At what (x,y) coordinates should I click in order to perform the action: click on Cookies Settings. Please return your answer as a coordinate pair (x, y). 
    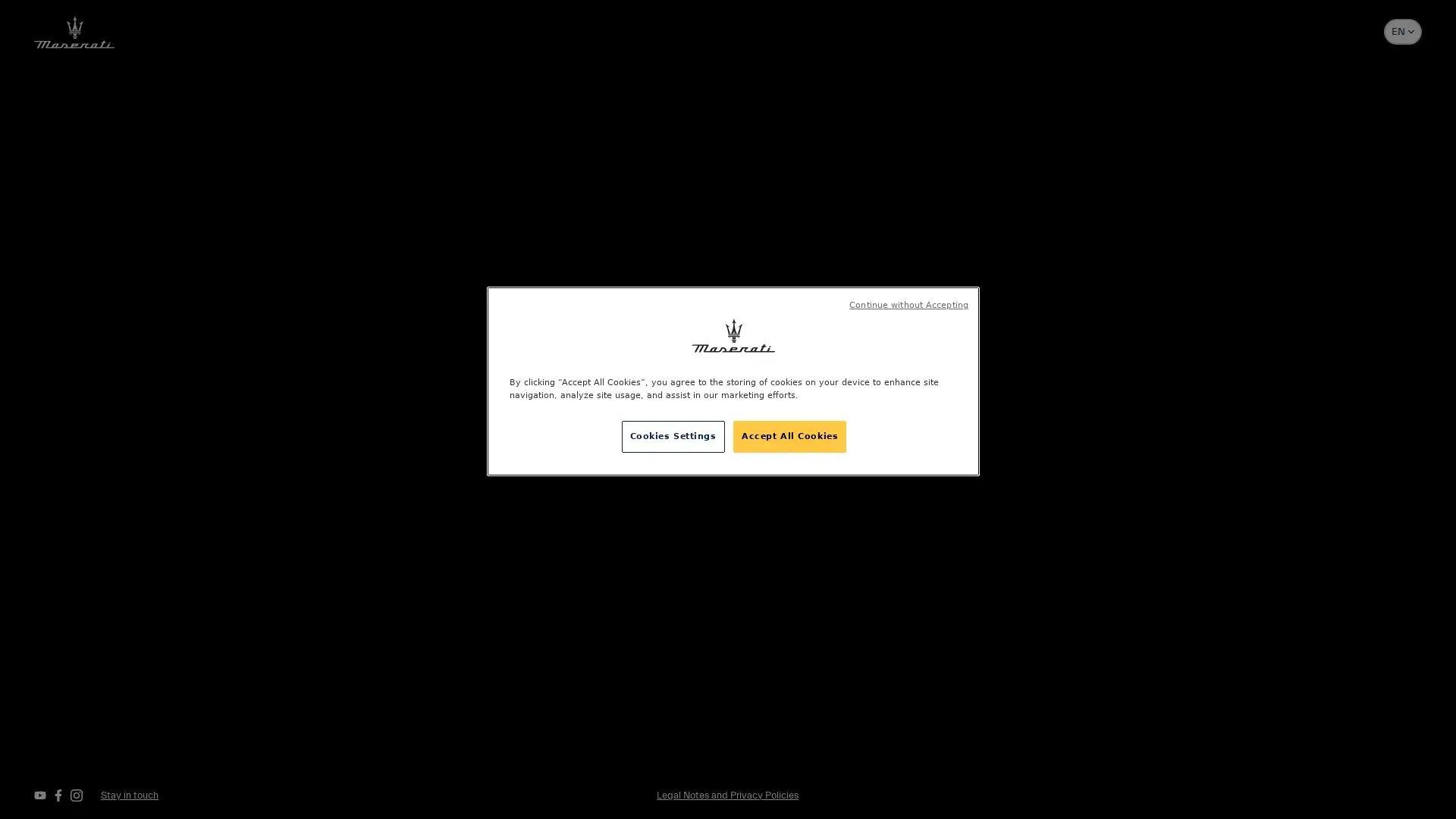
    Looking at the image, I should click on (672, 436).